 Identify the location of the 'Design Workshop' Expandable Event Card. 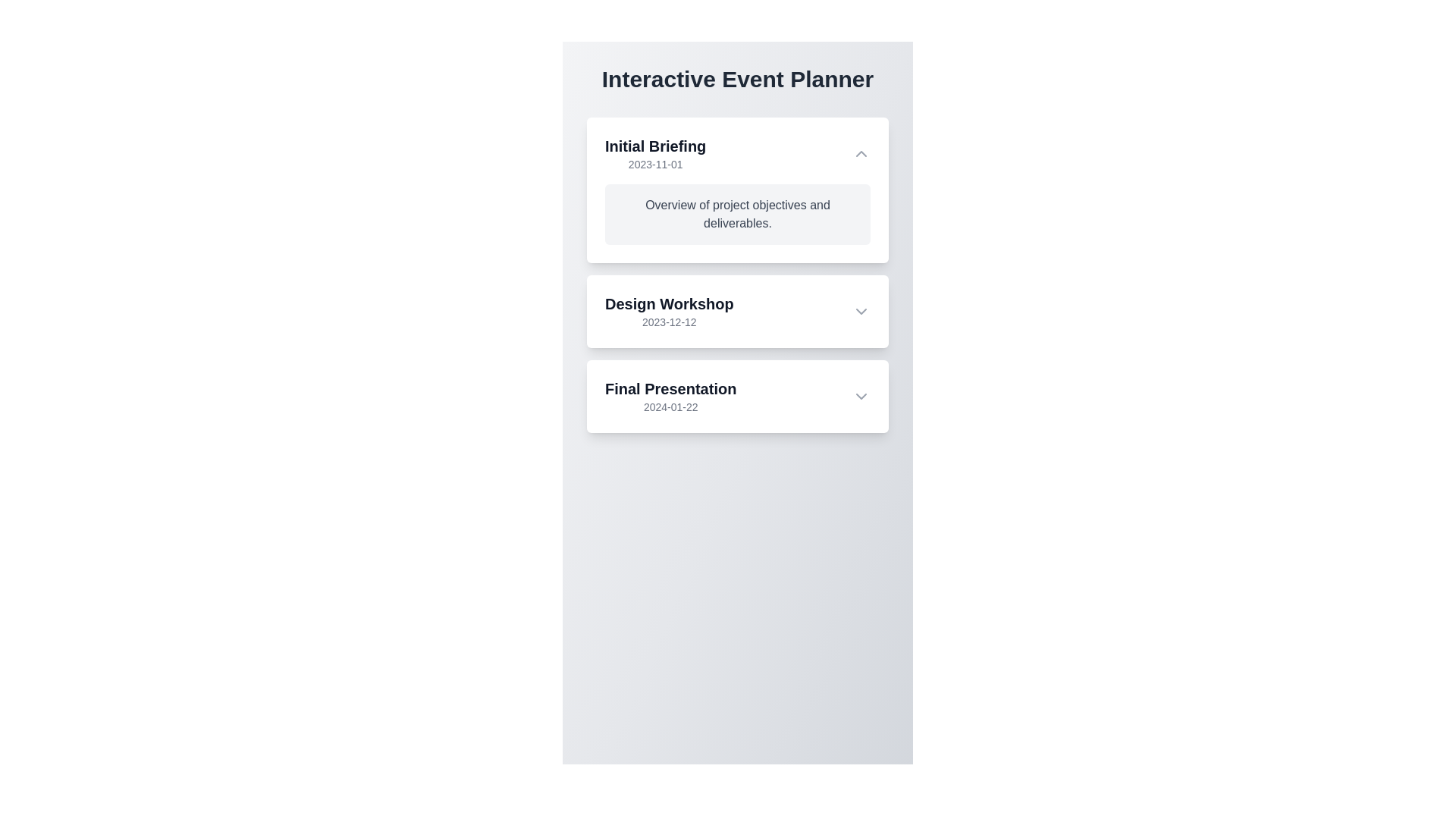
(738, 311).